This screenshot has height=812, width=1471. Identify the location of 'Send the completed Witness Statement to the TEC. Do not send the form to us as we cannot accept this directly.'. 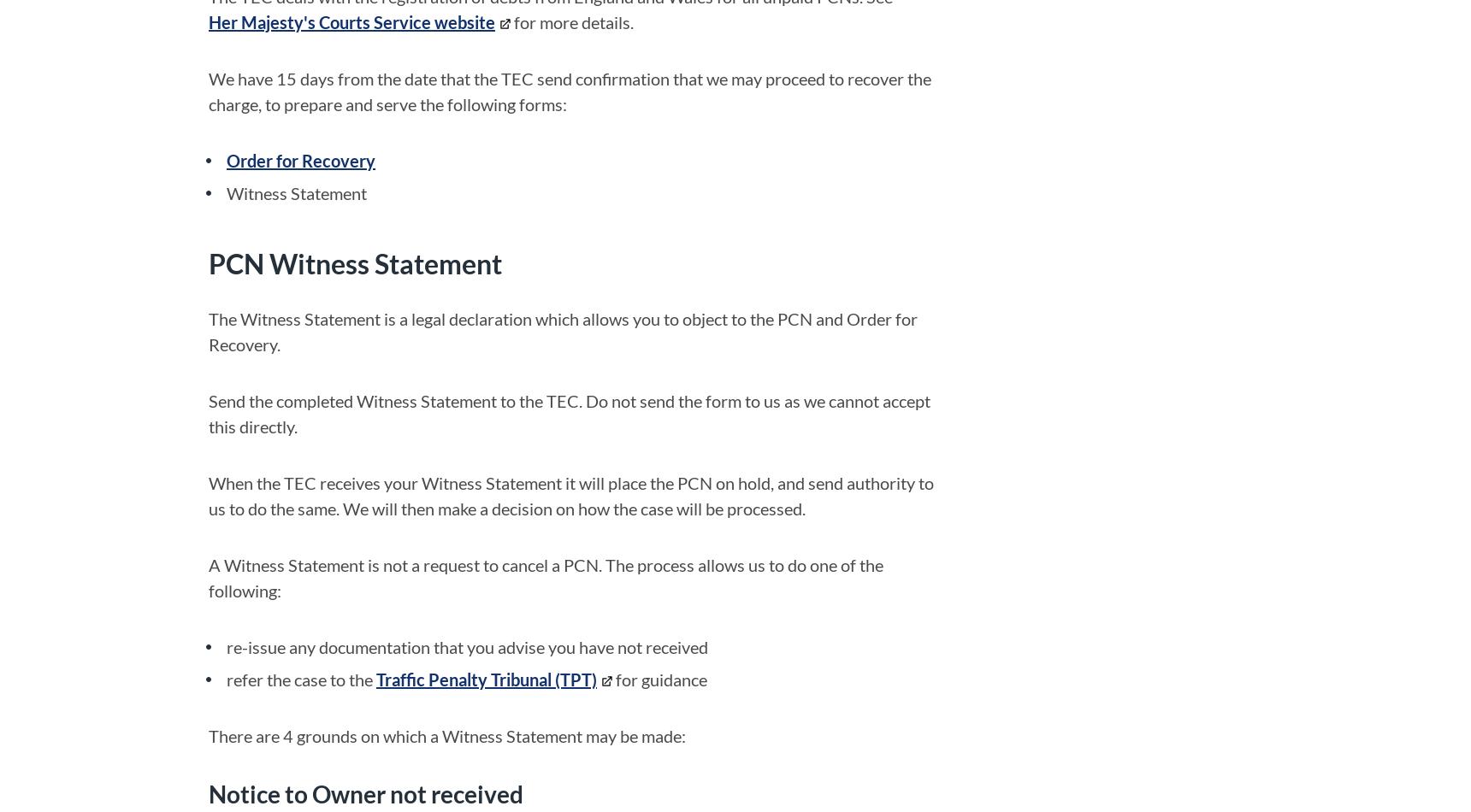
(569, 412).